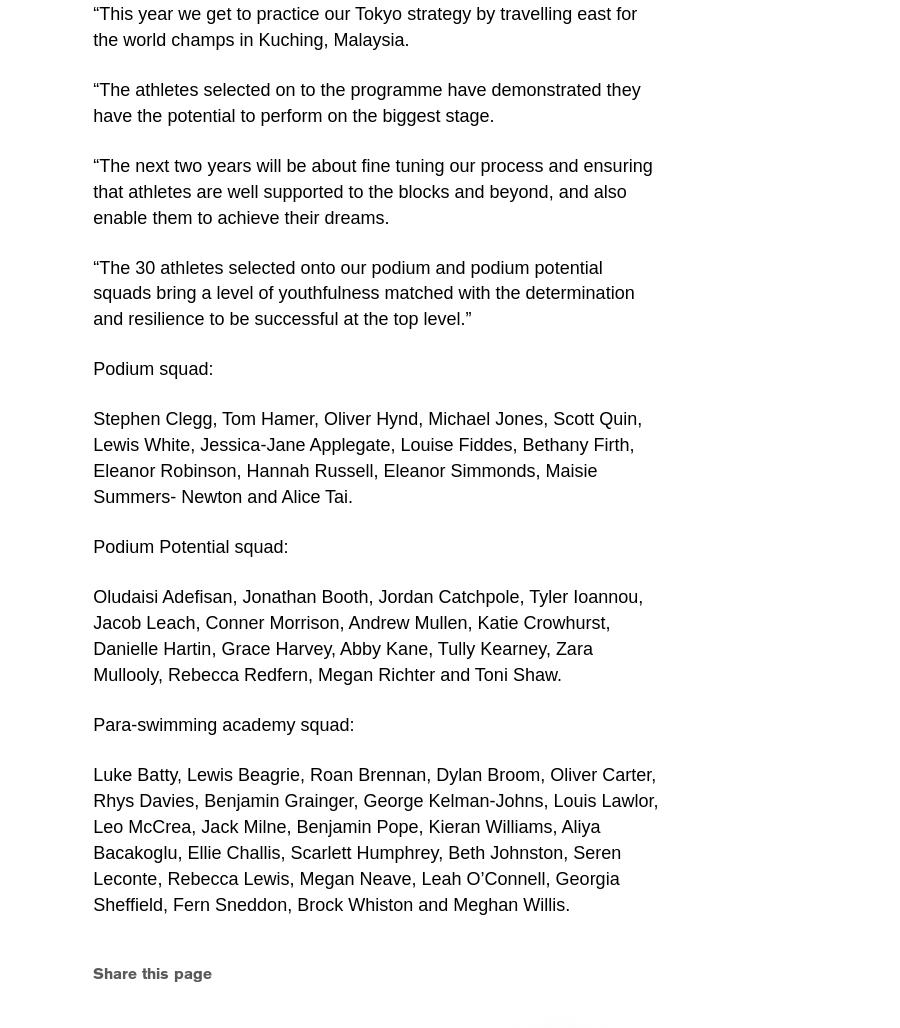 This screenshot has width=900, height=1028. Describe the element at coordinates (367, 456) in the screenshot. I see `'Stephen Clegg, Tom Hamer, Oliver Hynd, Michael Jones, Scott Quin, Lewis White, Jessica-Jane Applegate, Louise Fiddes, Bethany Firth, Eleanor Robinson, Hannah Russell, Eleanor Simmonds, Maisie Summers- Newton and Alice Tai.'` at that location.